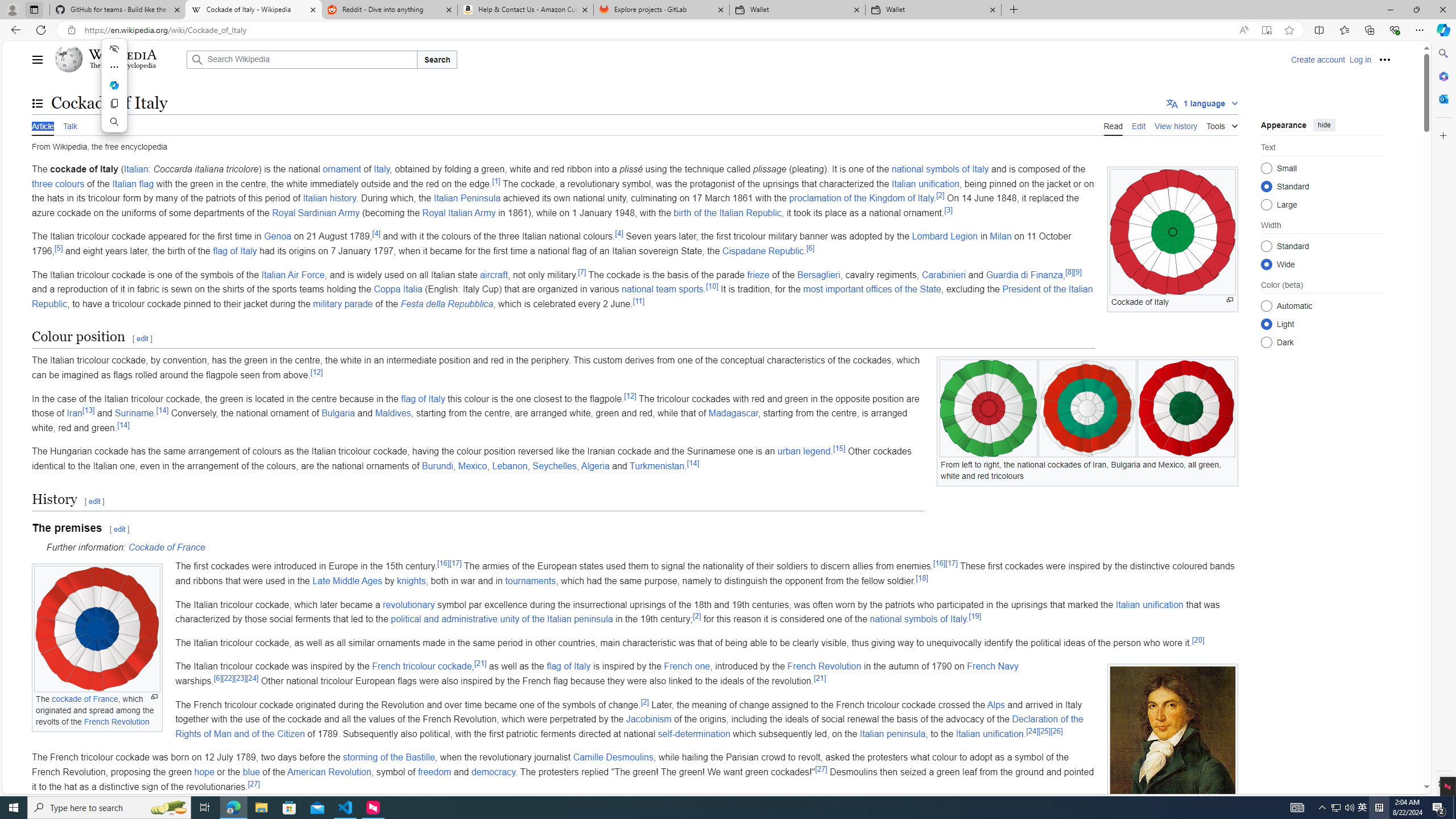  What do you see at coordinates (459, 212) in the screenshot?
I see `'Royal Italian Army'` at bounding box center [459, 212].